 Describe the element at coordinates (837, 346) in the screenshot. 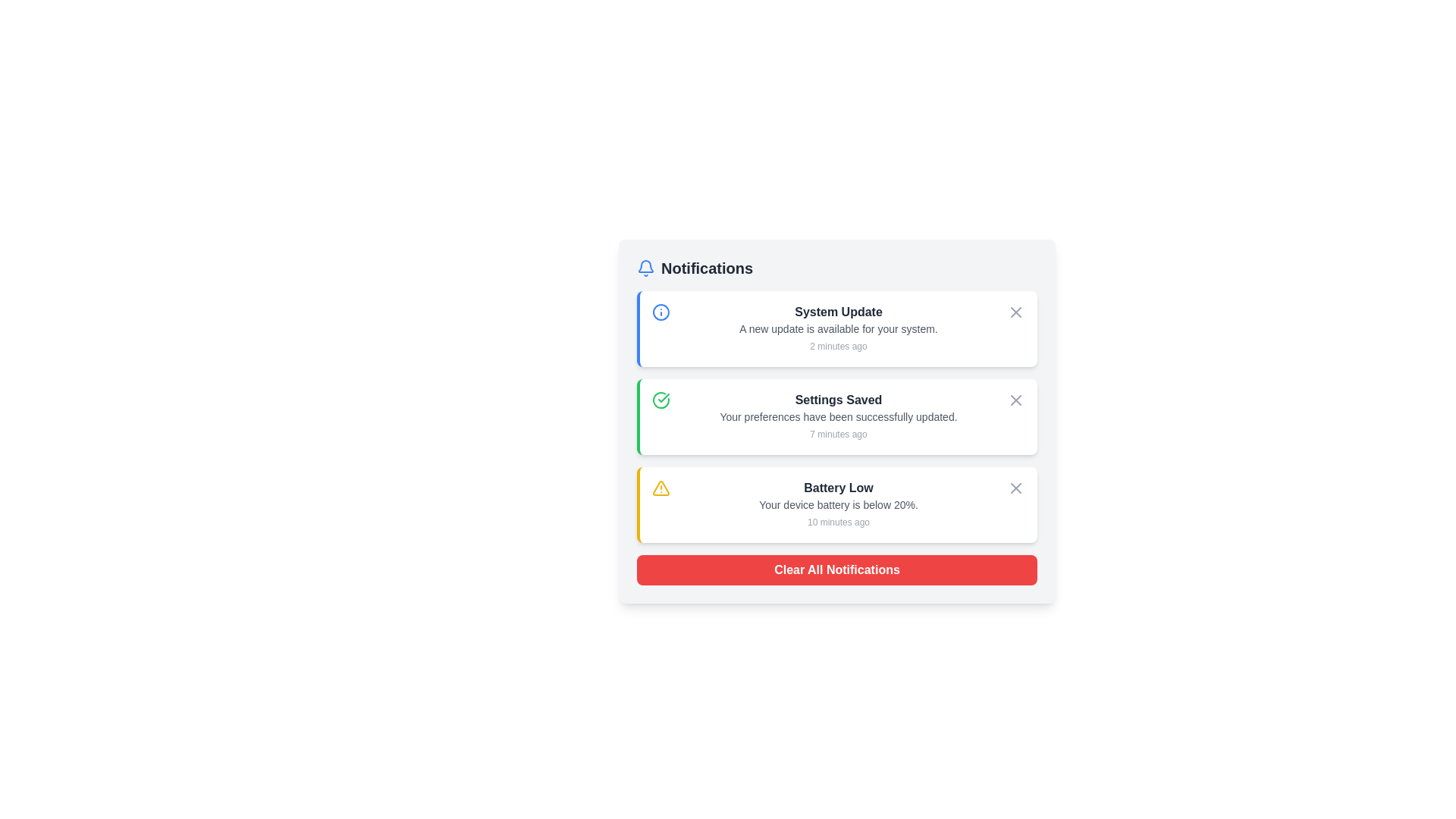

I see `small gray text displaying '2 minutes ago' located in the notification card below the message 'A new update is available for your system.'` at that location.